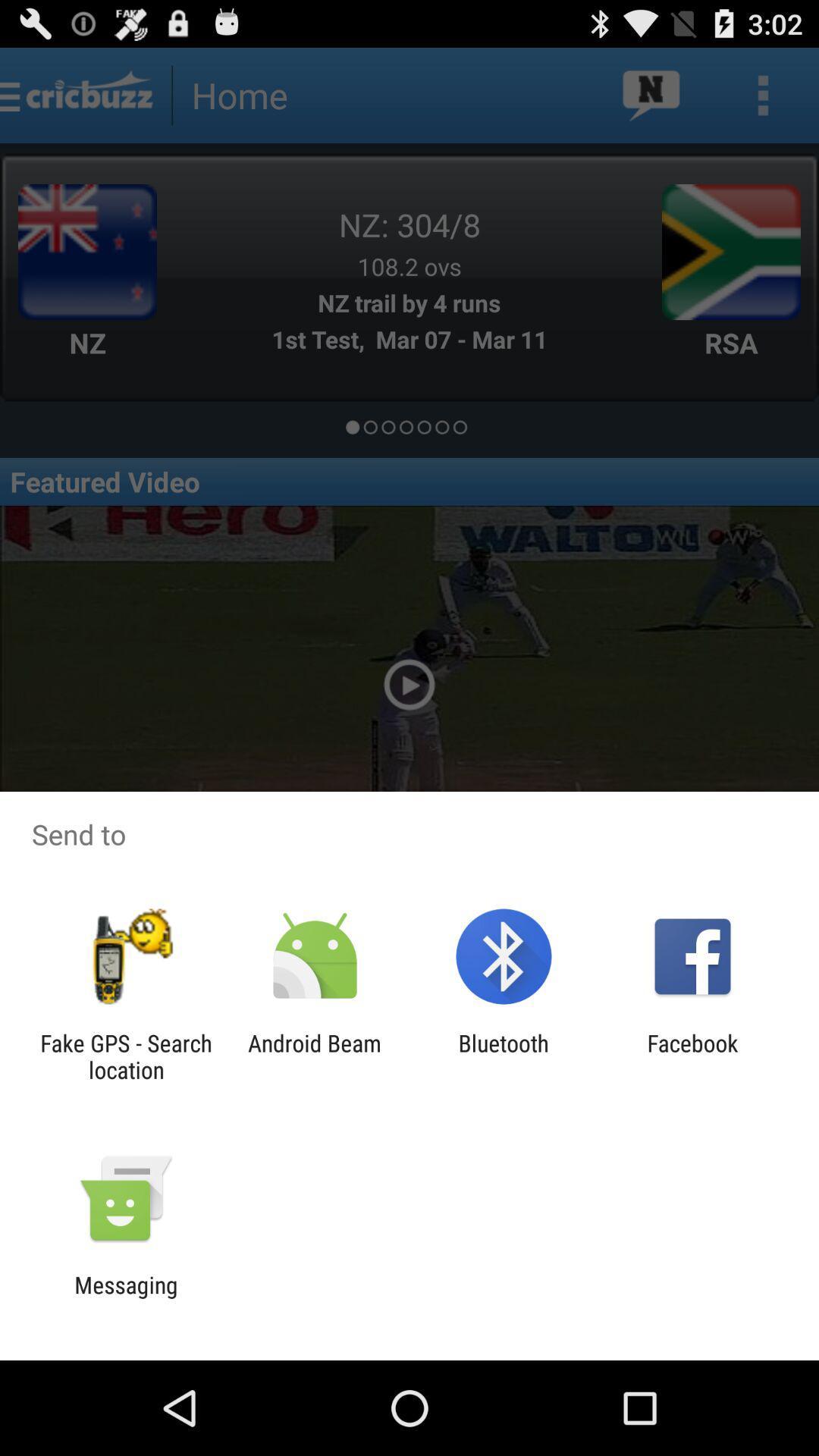 This screenshot has height=1456, width=819. Describe the element at coordinates (692, 1056) in the screenshot. I see `the item to the right of the bluetooth` at that location.